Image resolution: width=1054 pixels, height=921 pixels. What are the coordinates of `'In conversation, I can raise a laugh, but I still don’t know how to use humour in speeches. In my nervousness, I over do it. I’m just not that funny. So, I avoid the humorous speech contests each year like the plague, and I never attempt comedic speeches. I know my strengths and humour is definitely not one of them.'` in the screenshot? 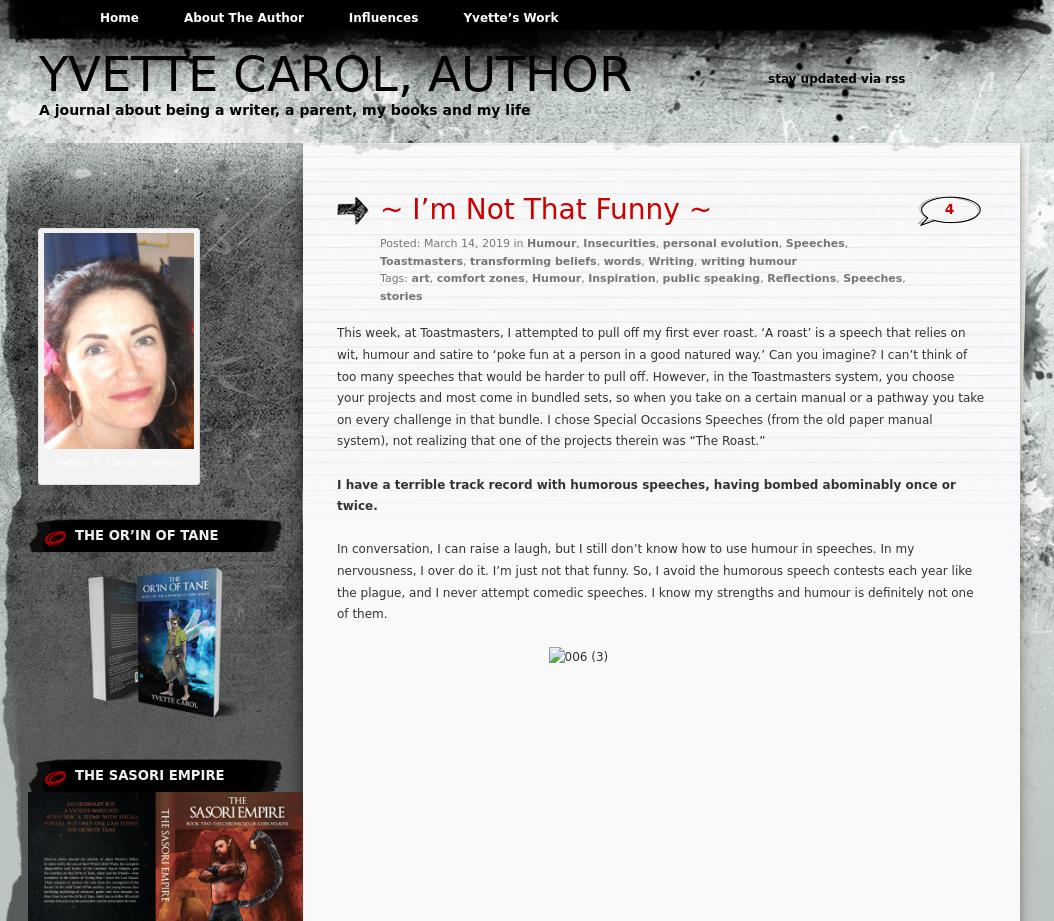 It's located at (654, 580).